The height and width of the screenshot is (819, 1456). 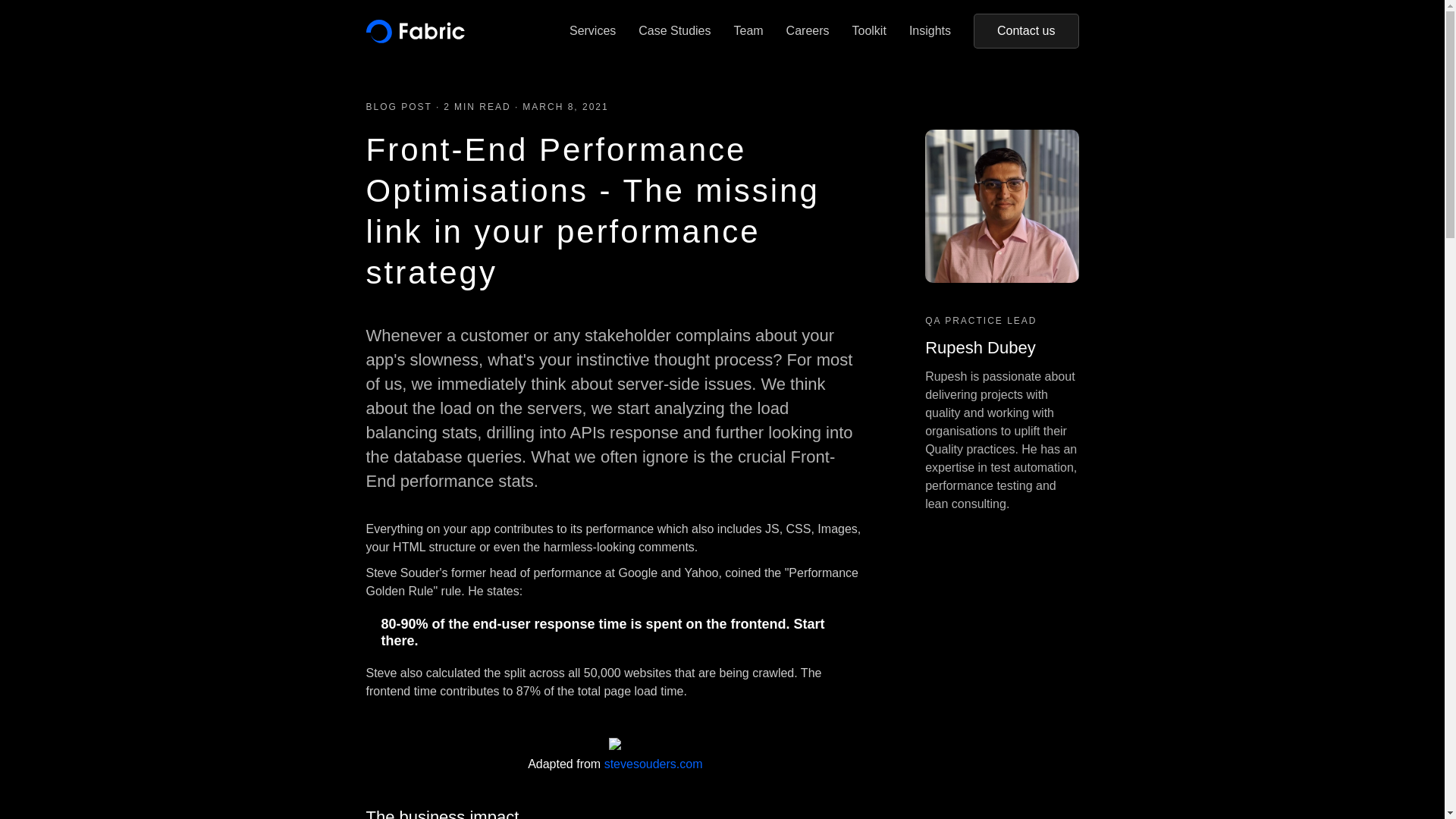 What do you see at coordinates (807, 31) in the screenshot?
I see `'Careers'` at bounding box center [807, 31].